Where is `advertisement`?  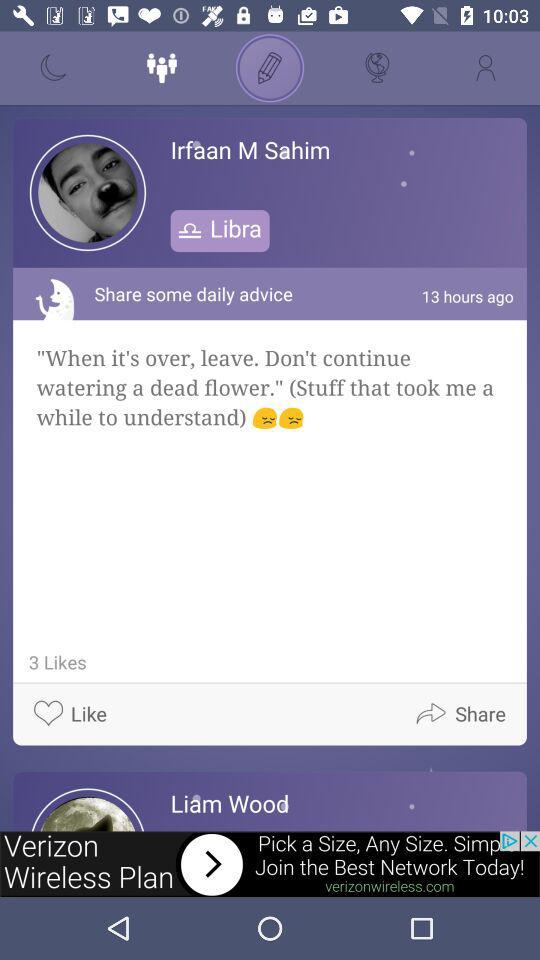
advertisement is located at coordinates (270, 863).